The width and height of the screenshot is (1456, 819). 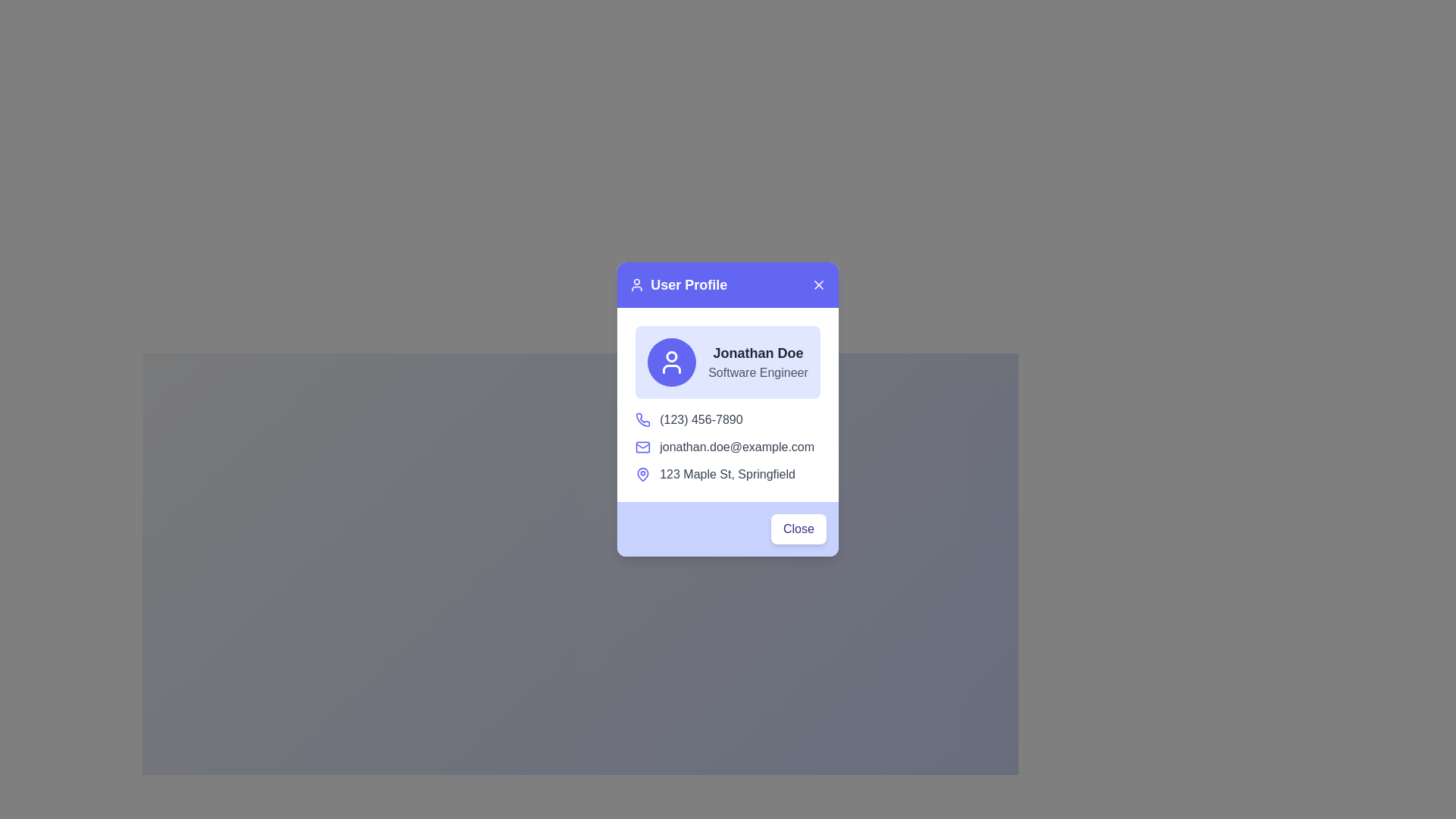 I want to click on the blue phone handset icon located to the left of the text '(123) 456-7890' in the profile card layout, so click(x=643, y=420).